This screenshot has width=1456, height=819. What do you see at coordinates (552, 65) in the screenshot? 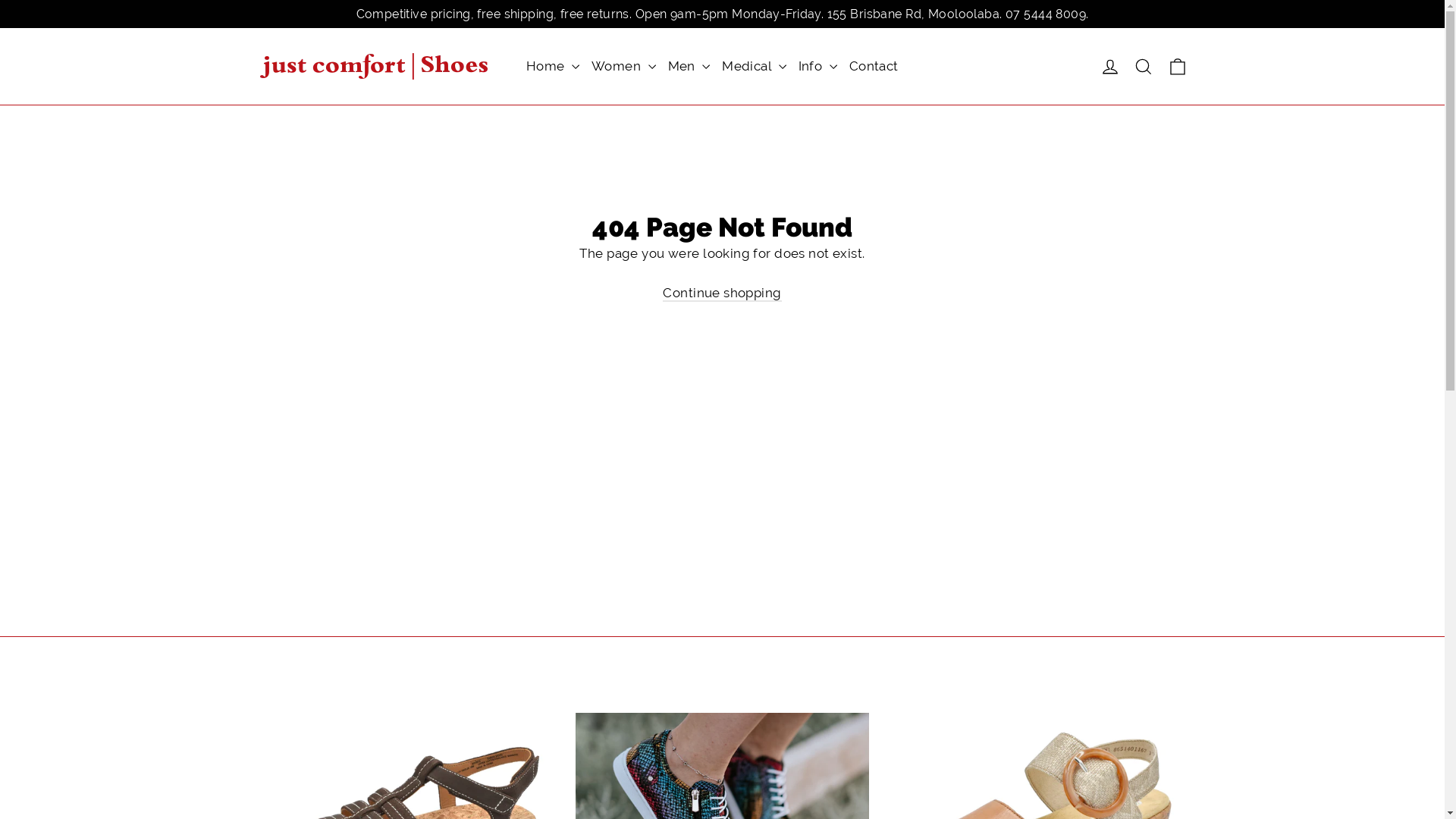
I see `'Home'` at bounding box center [552, 65].